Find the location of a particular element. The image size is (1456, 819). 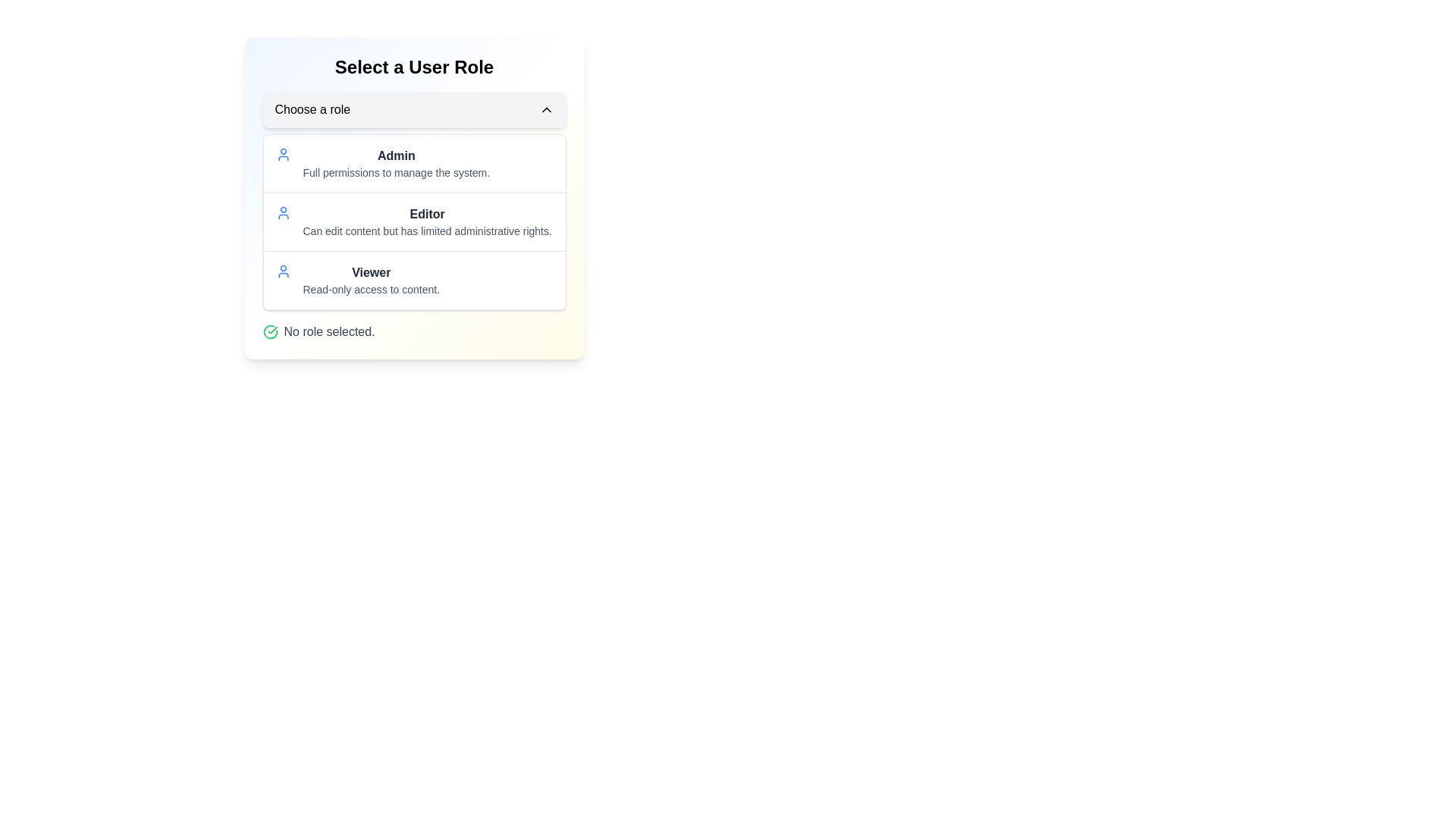

the 'Admin' role icon, which is the first visible user icon in the list of roles, located to the left of the text 'Admin' is located at coordinates (283, 155).